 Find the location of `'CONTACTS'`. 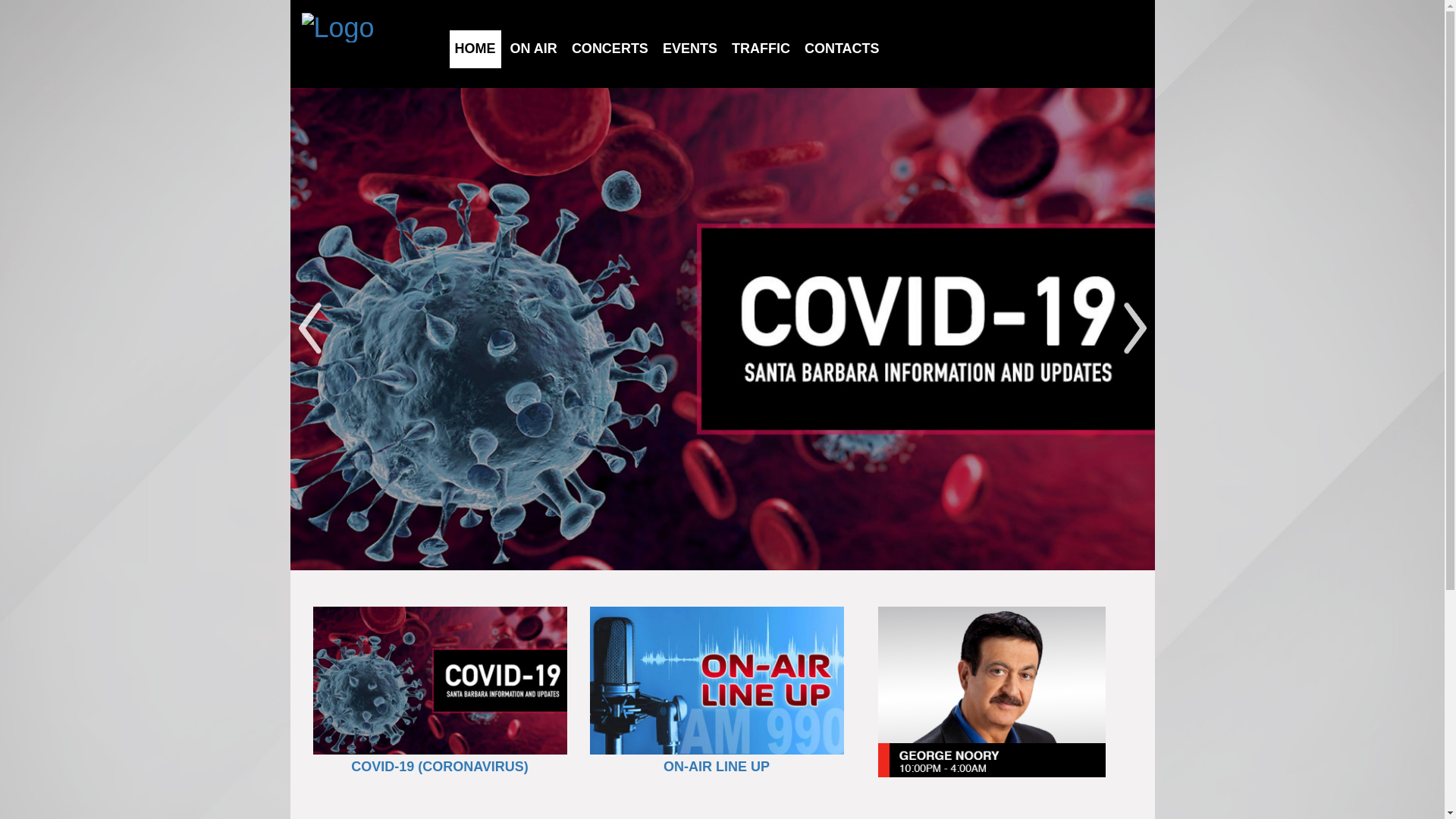

'CONTACTS' is located at coordinates (841, 48).